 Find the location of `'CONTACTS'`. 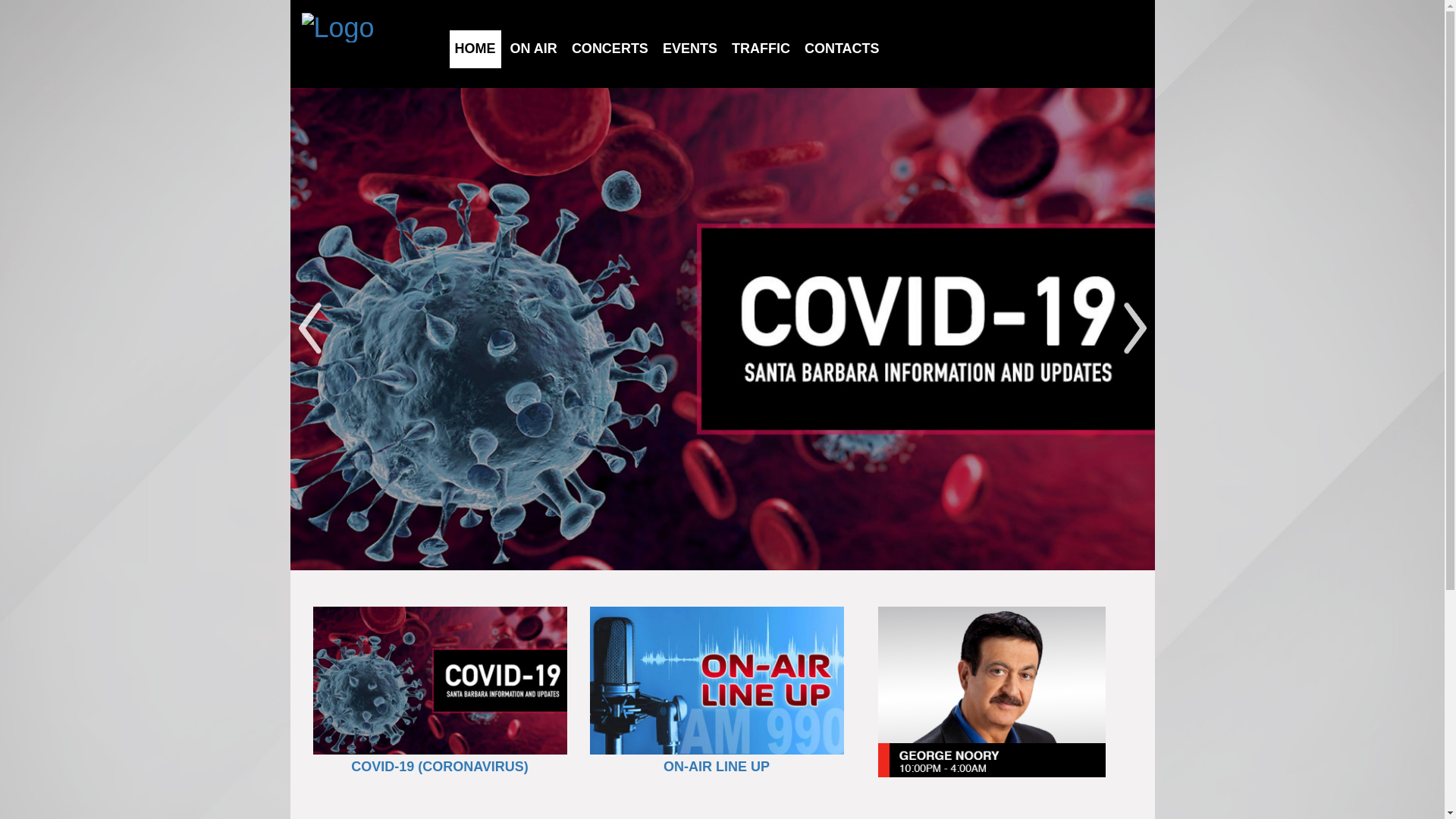

'CONTACTS' is located at coordinates (841, 48).